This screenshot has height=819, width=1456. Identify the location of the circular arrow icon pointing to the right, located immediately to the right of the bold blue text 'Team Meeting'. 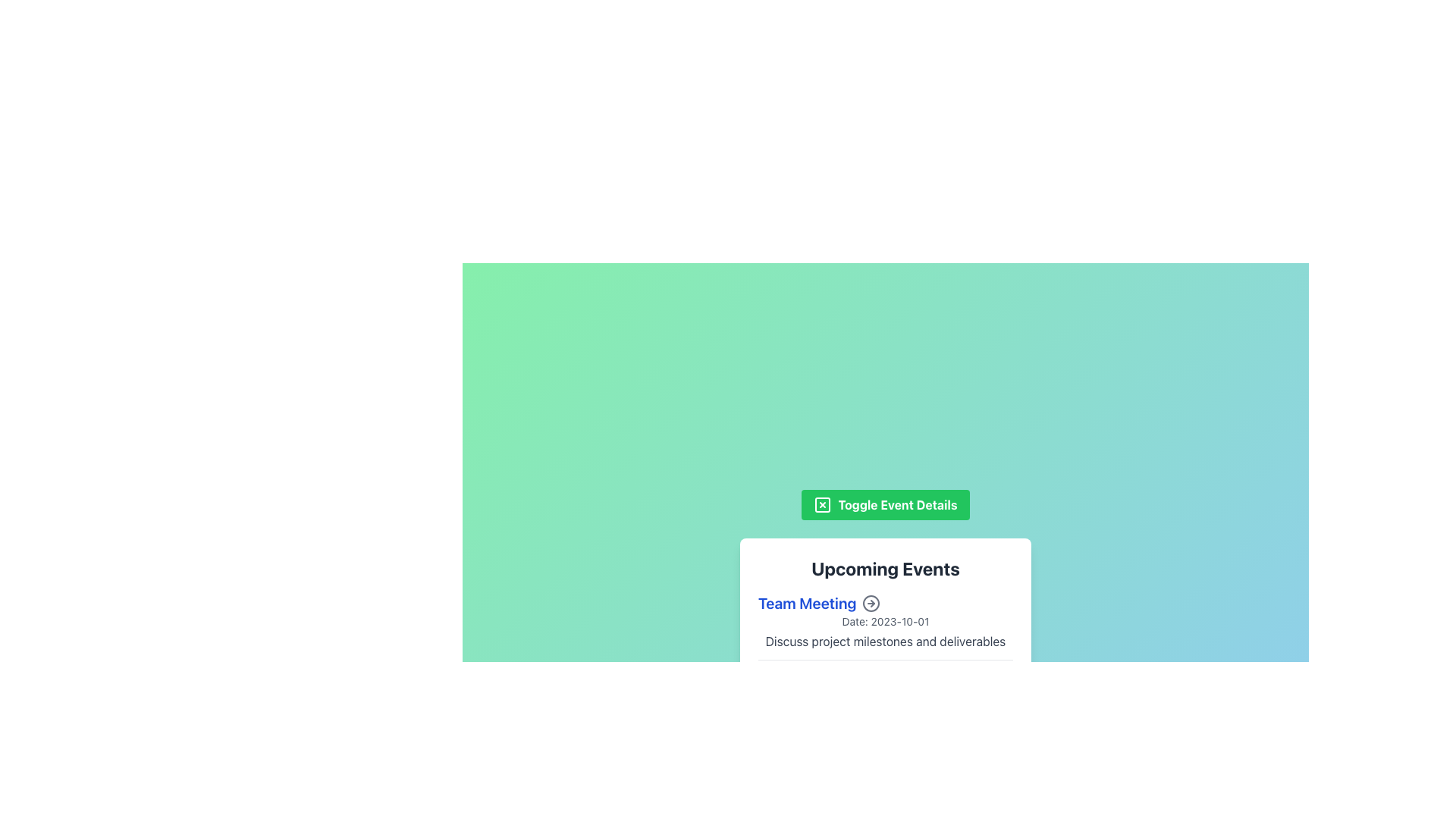
(871, 602).